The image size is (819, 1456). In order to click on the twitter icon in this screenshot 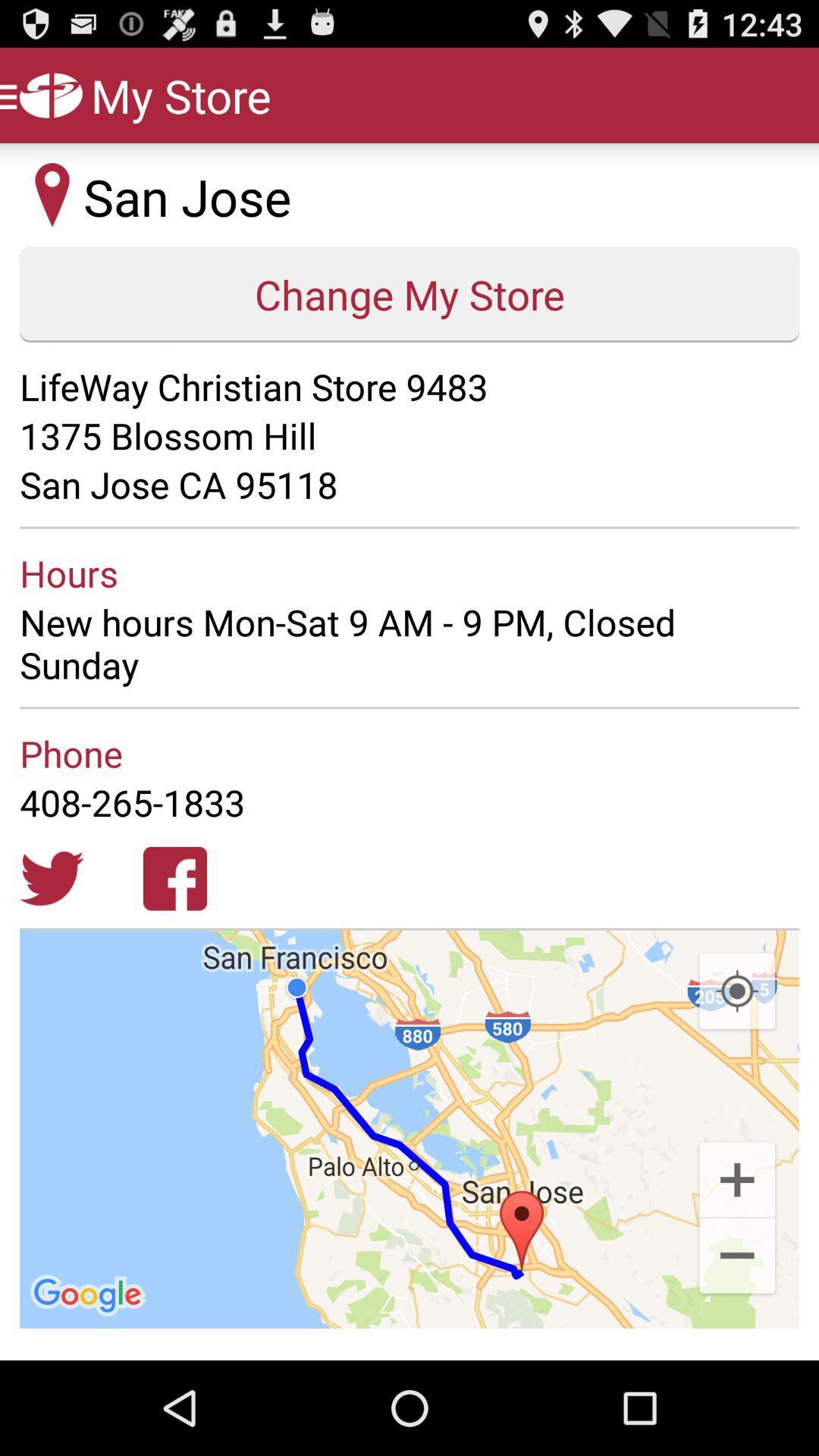, I will do `click(51, 940)`.